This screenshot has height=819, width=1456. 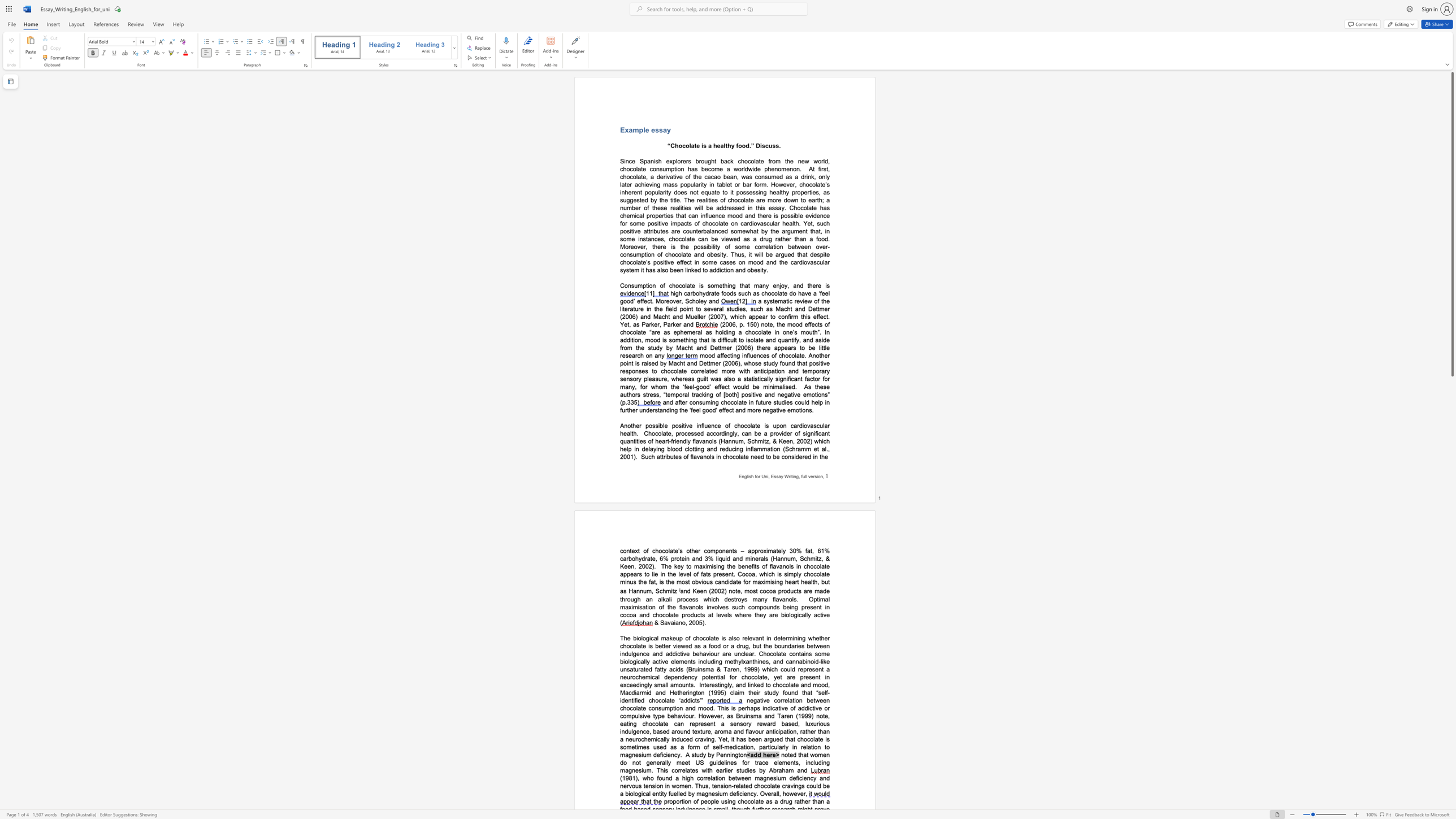 I want to click on the scrollbar to scroll the page down, so click(x=1451, y=409).